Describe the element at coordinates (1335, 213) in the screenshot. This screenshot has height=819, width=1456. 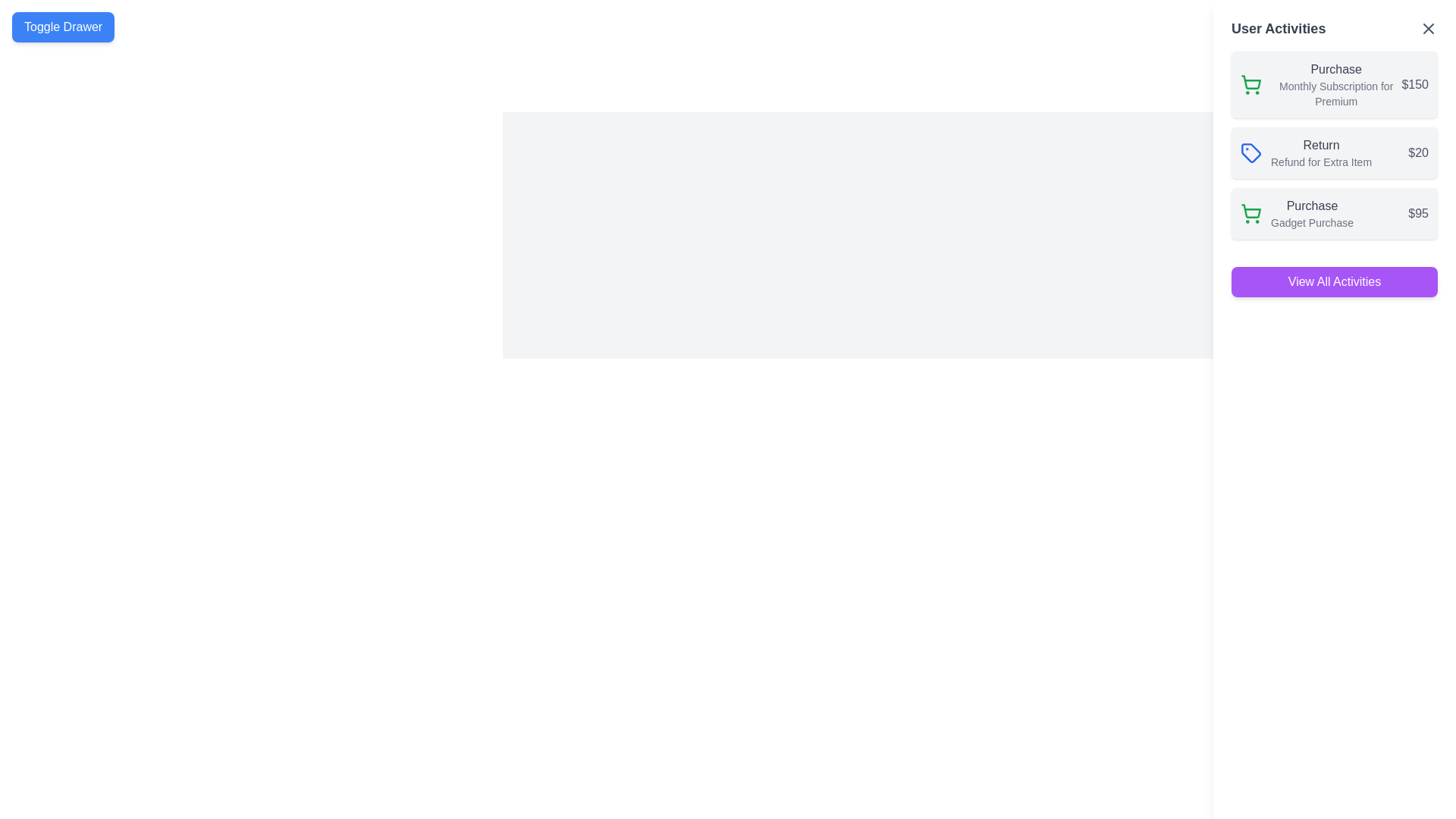
I see `purchase details from the third Card UI component in the 'User Activities' section, which displays 'Gadget Purchase' and '$95'` at that location.